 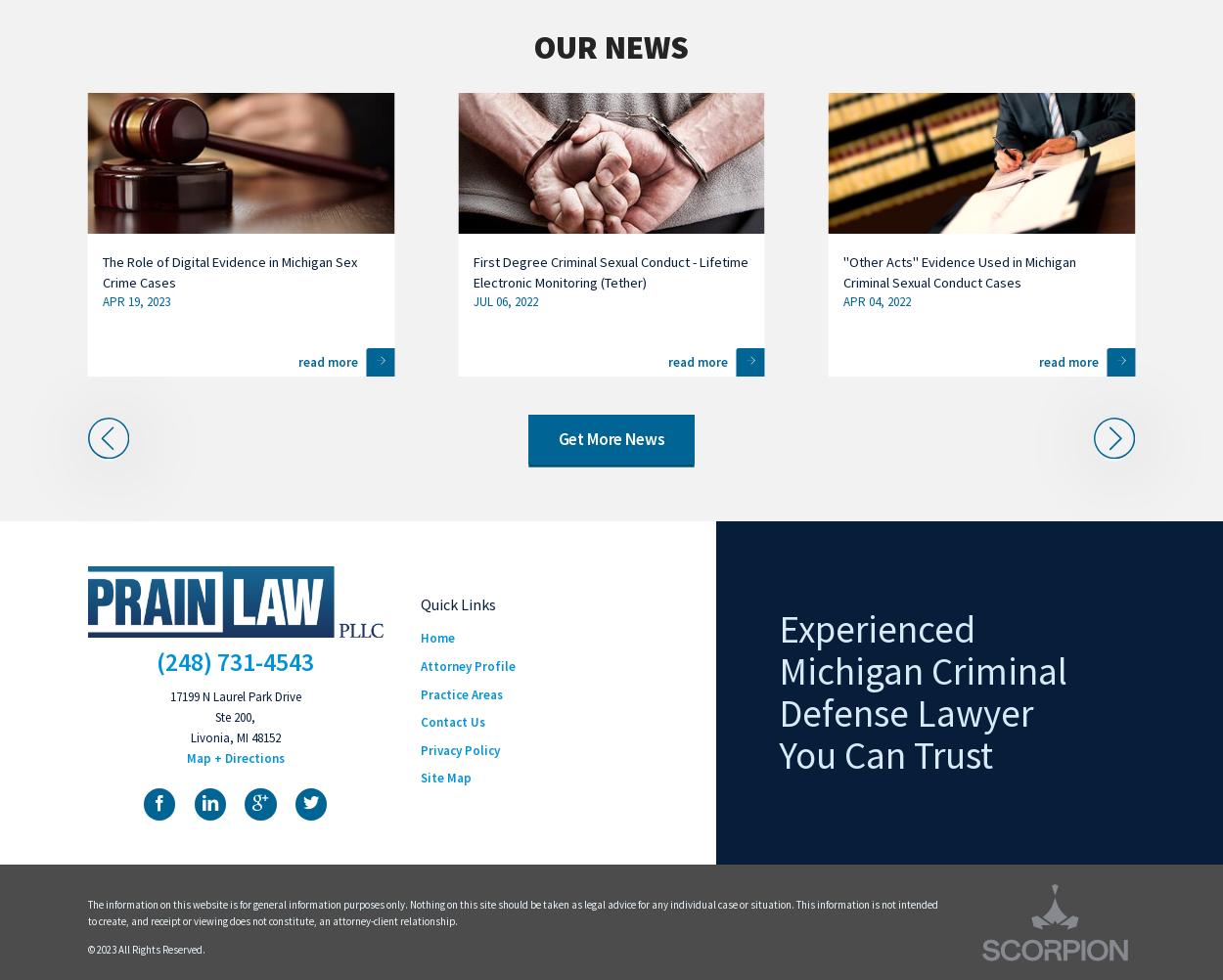 What do you see at coordinates (459, 748) in the screenshot?
I see `'Privacy Policy'` at bounding box center [459, 748].